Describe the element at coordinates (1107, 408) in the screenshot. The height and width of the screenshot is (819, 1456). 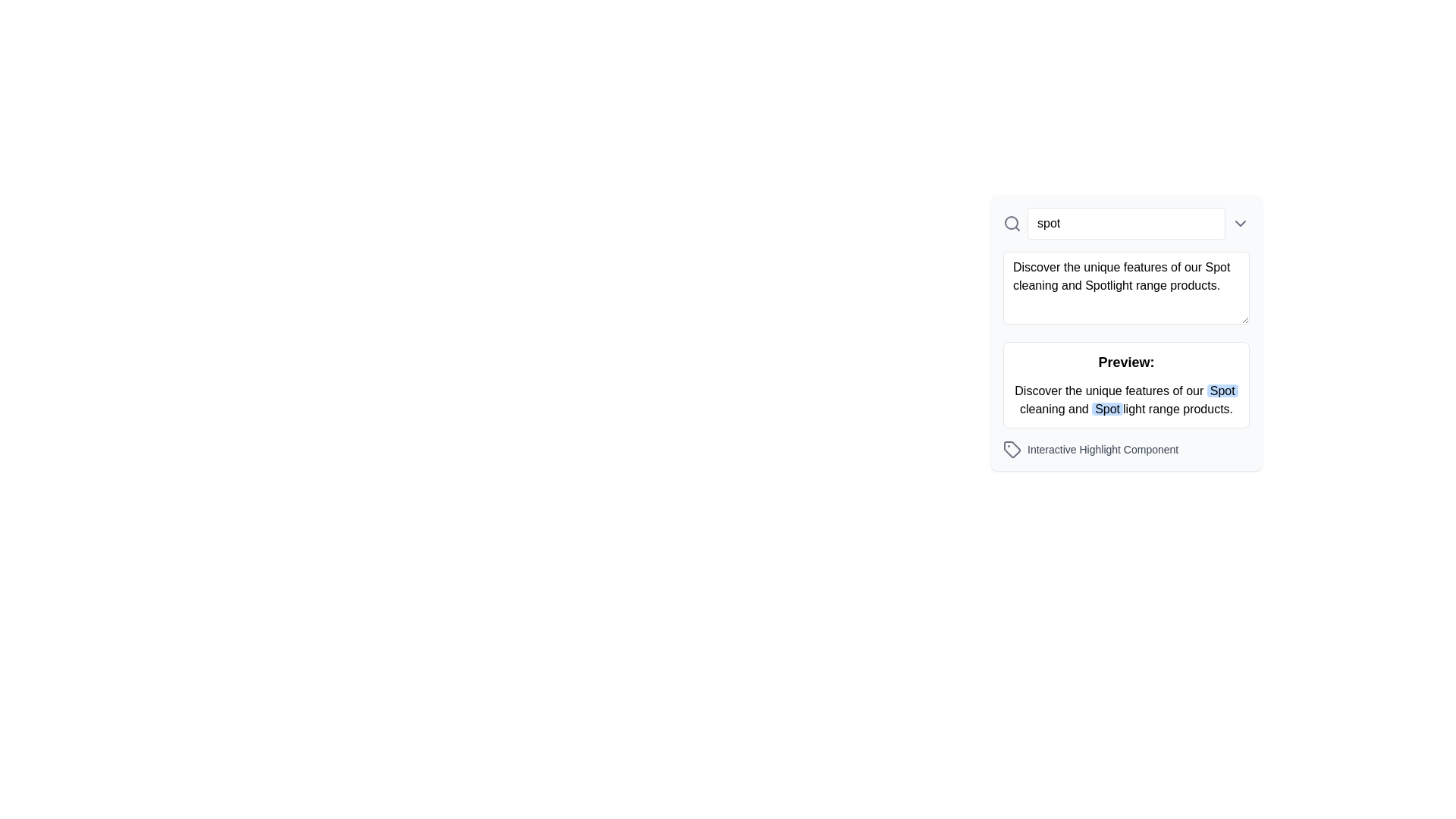
I see `the text element styled with a blue background and rounded edges, specifically the second instance of the word 'Spot' in the paragraph` at that location.